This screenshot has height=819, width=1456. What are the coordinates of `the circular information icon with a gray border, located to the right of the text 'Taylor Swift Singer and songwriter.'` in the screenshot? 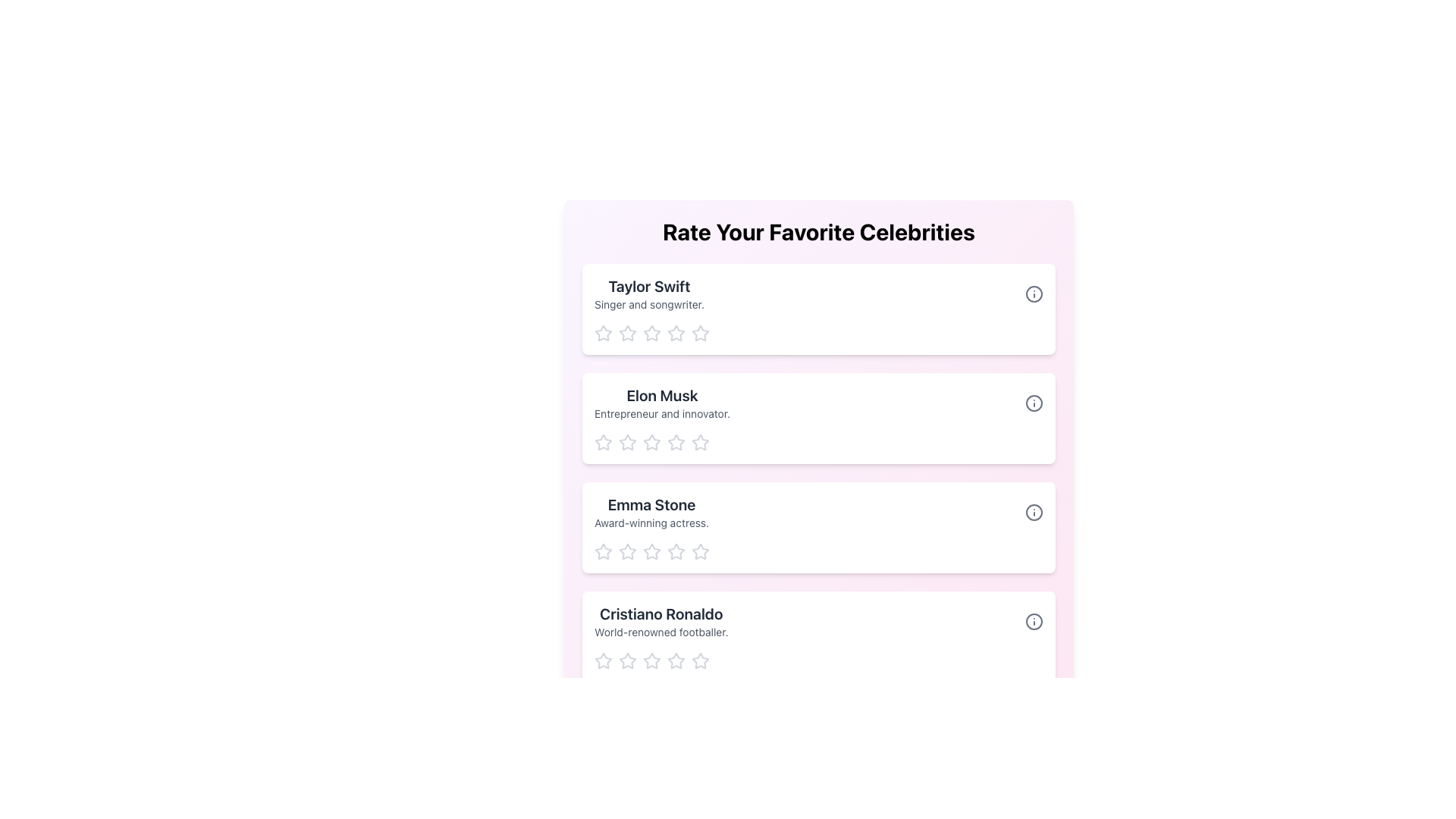 It's located at (1033, 294).